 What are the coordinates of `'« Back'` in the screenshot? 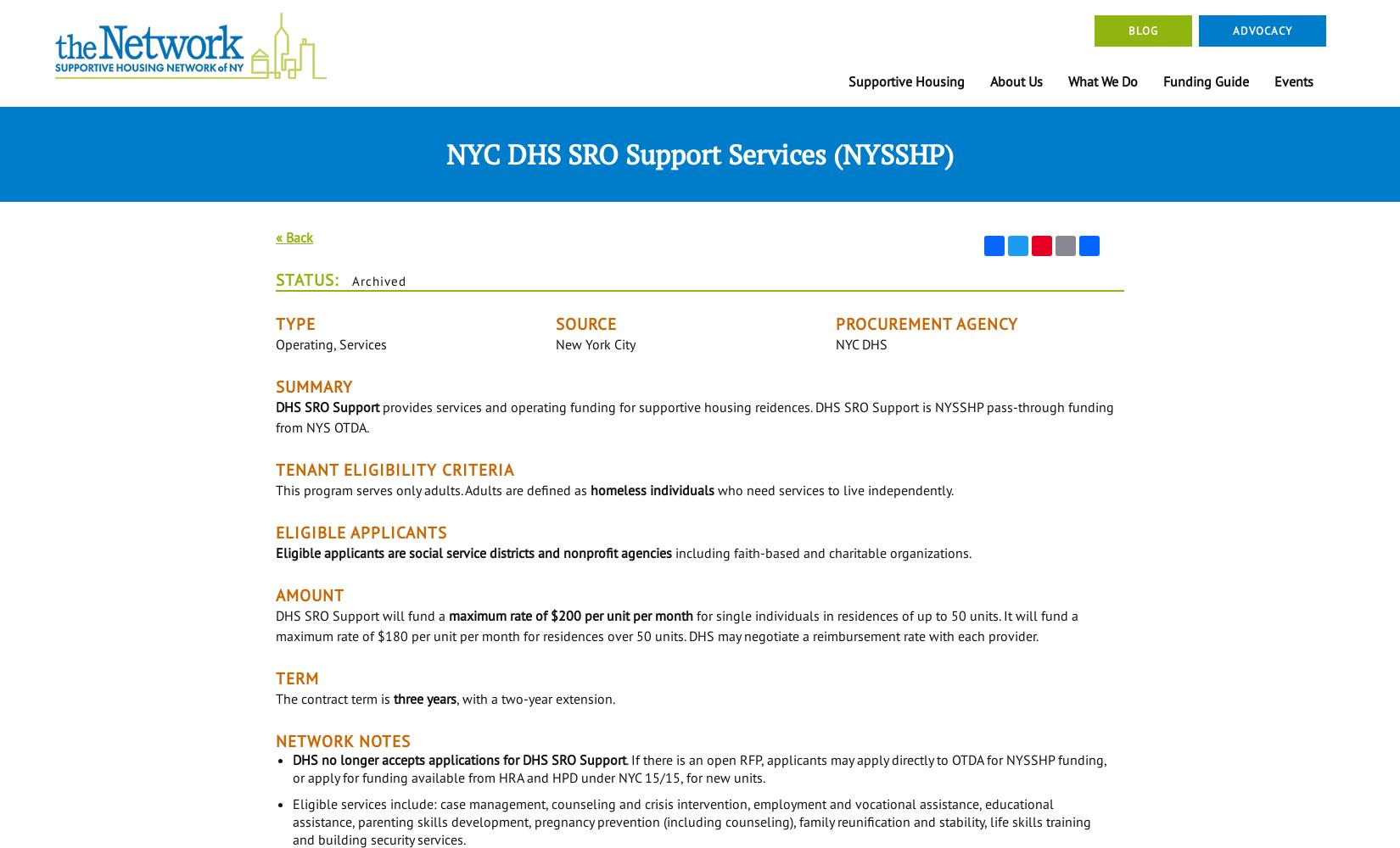 It's located at (294, 237).